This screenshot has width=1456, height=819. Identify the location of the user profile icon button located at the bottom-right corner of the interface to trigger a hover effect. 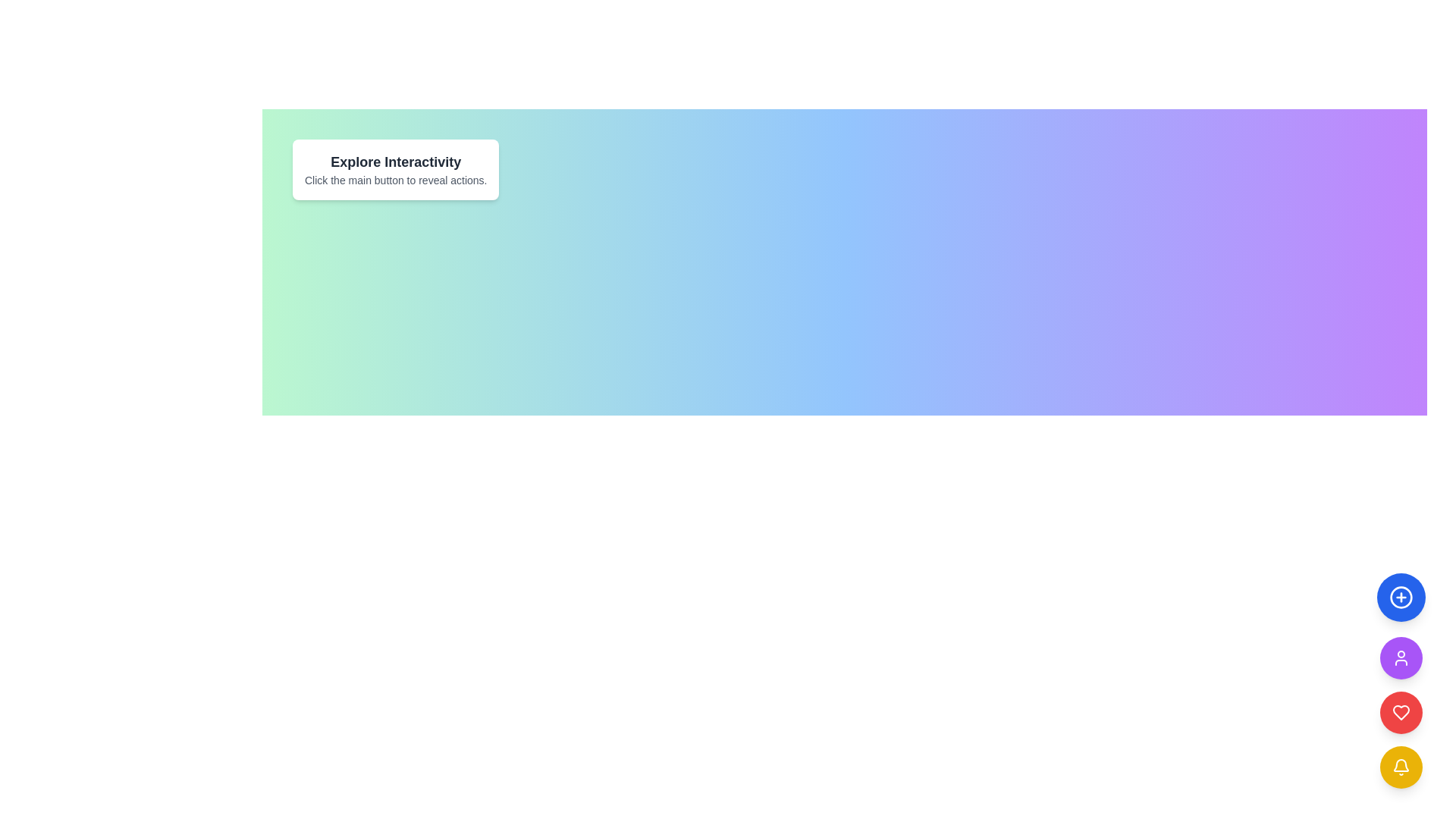
(1401, 657).